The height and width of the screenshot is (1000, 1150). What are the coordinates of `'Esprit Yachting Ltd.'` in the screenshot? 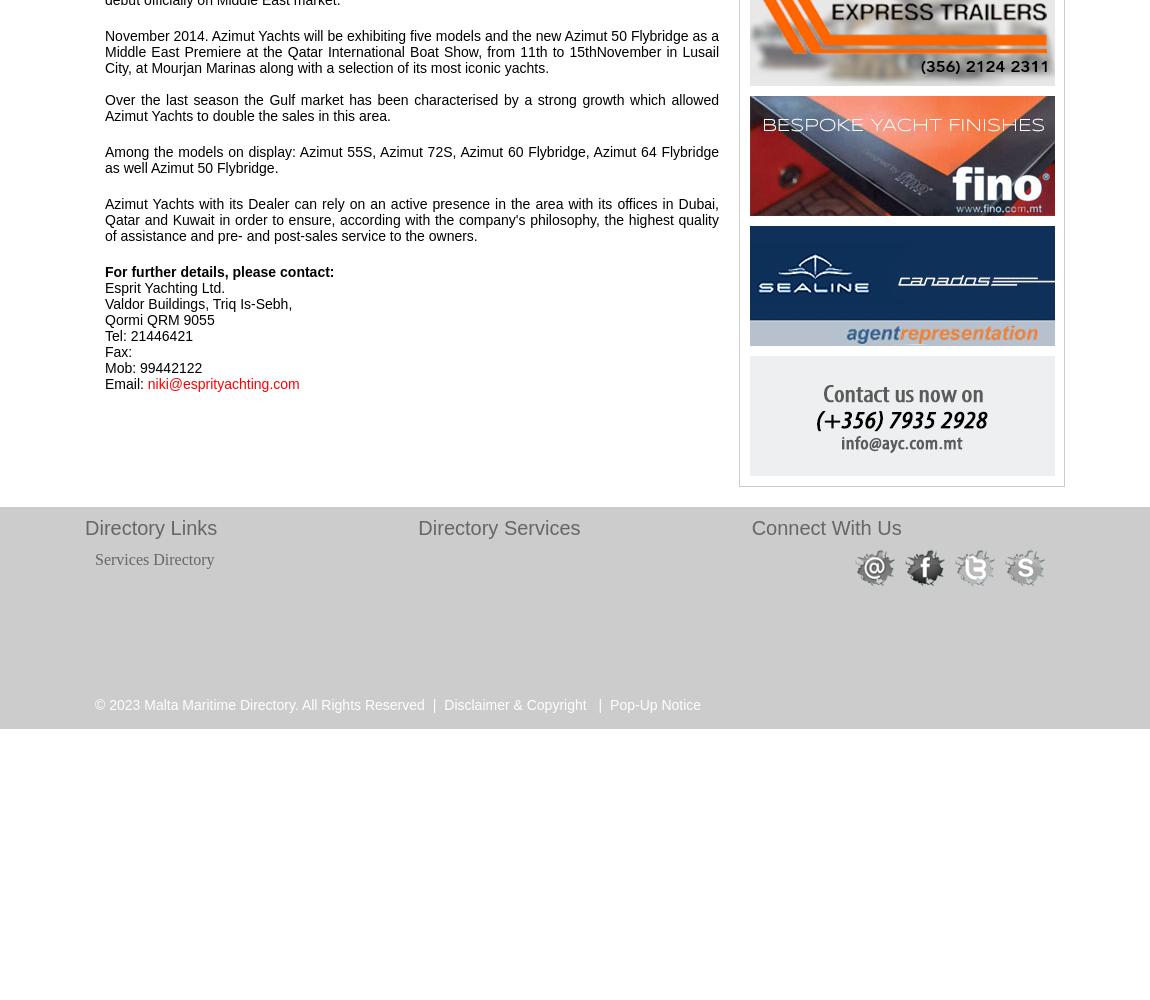 It's located at (164, 288).